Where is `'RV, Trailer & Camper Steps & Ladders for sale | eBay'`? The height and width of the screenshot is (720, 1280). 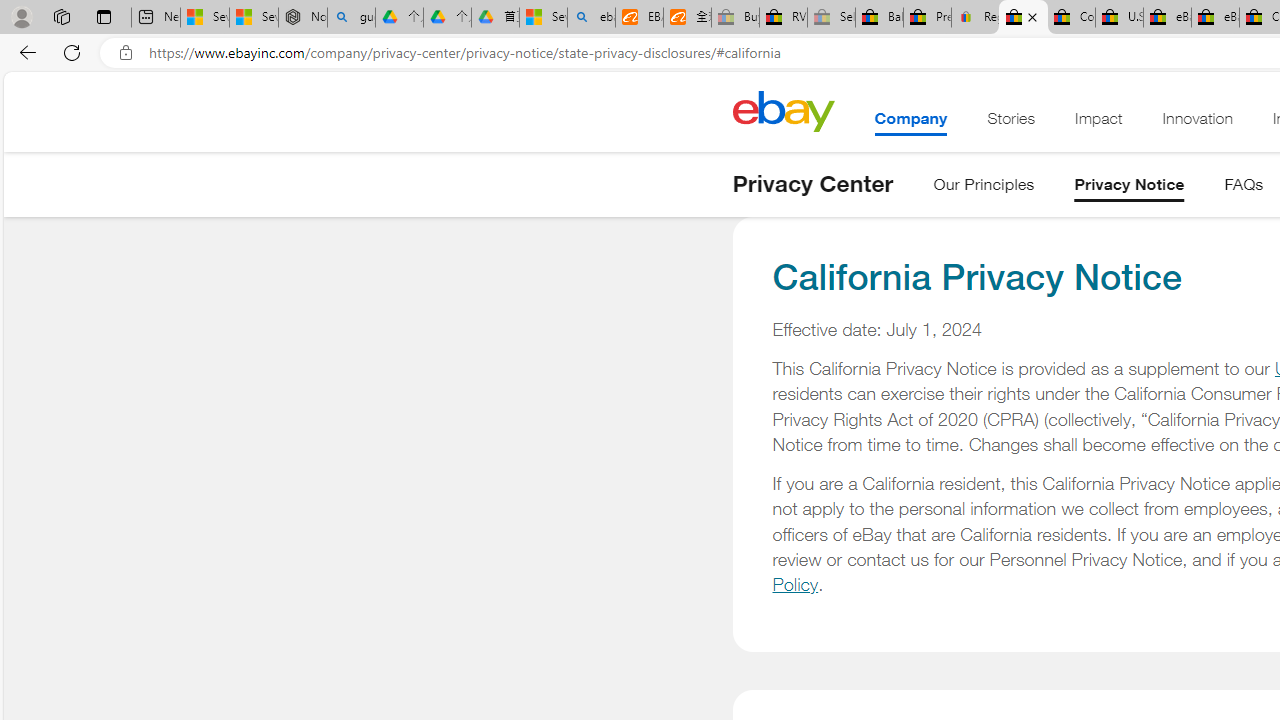 'RV, Trailer & Camper Steps & Ladders for sale | eBay' is located at coordinates (783, 17).